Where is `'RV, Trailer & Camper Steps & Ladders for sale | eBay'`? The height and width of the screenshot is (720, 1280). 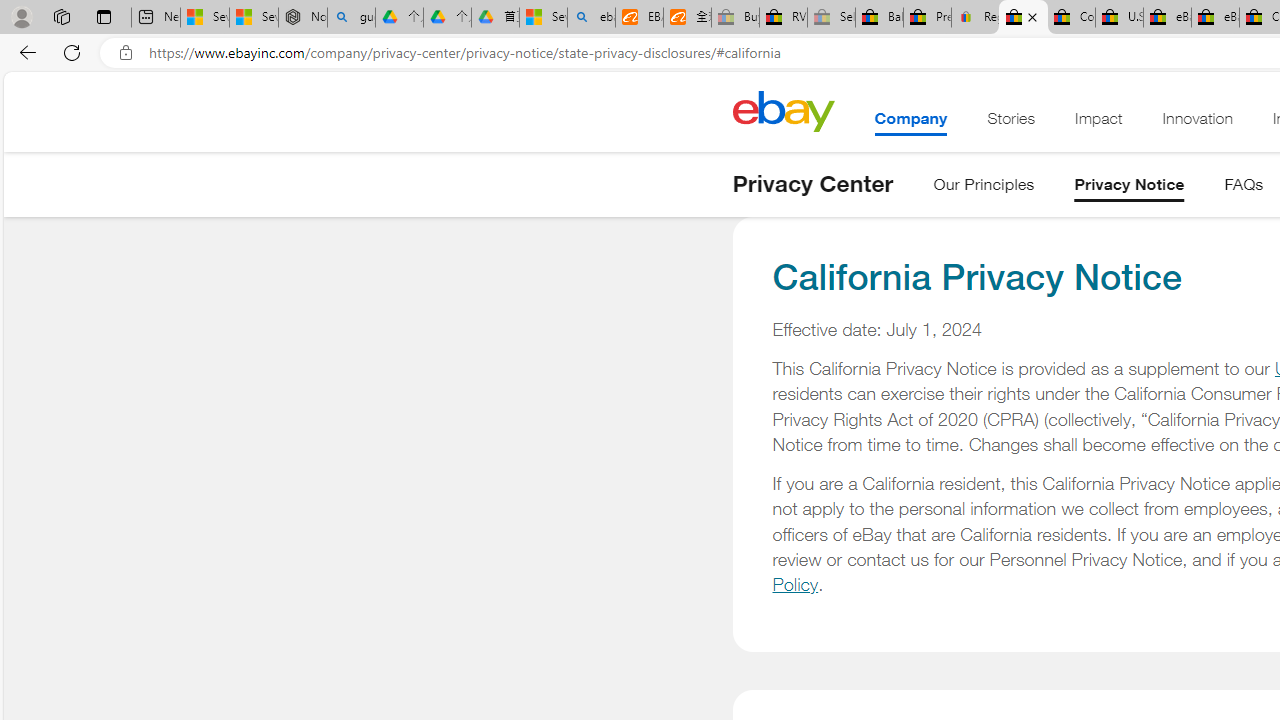 'RV, Trailer & Camper Steps & Ladders for sale | eBay' is located at coordinates (783, 17).